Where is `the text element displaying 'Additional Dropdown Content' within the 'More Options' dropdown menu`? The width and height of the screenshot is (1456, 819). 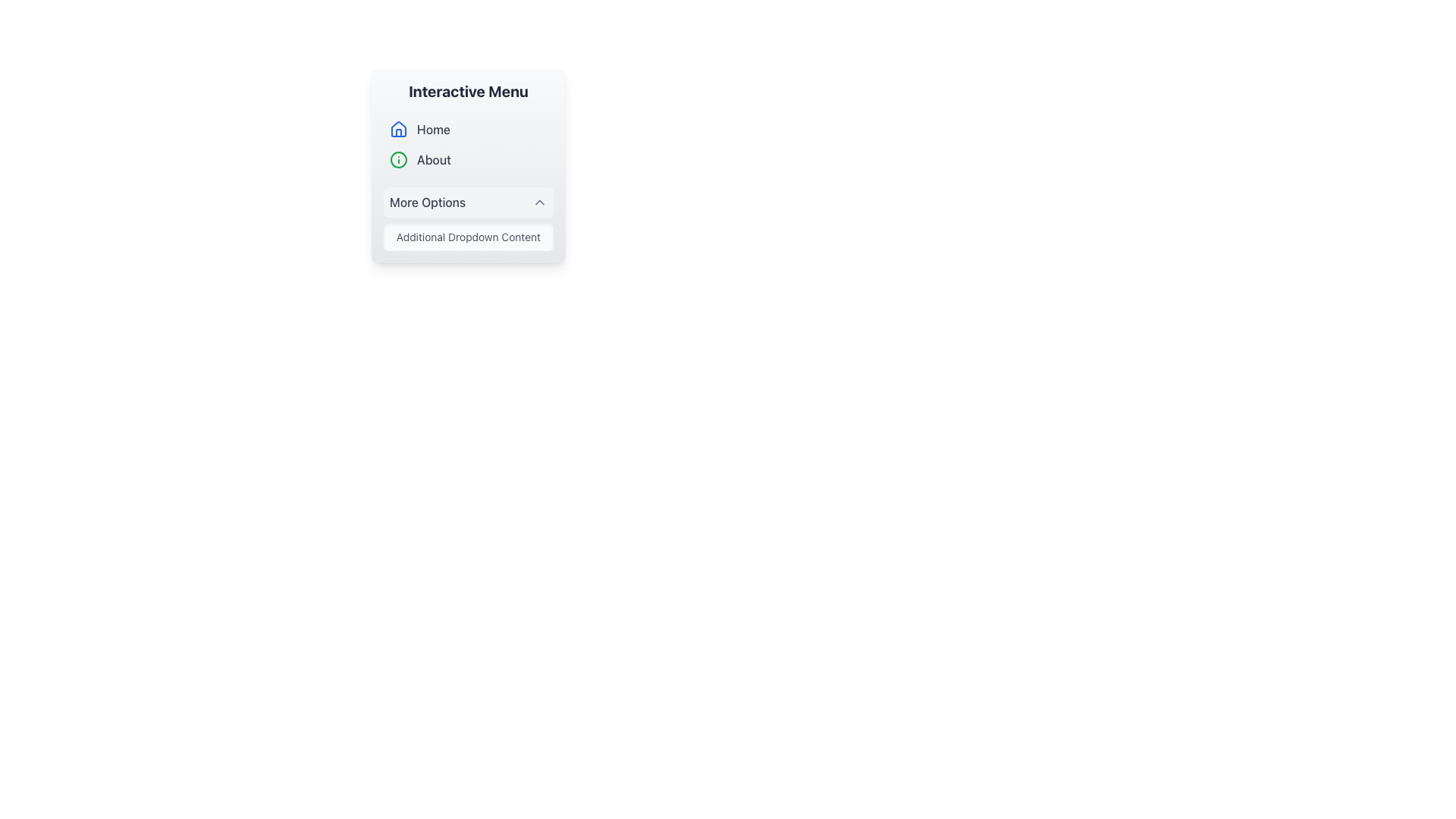
the text element displaying 'Additional Dropdown Content' within the 'More Options' dropdown menu is located at coordinates (468, 237).